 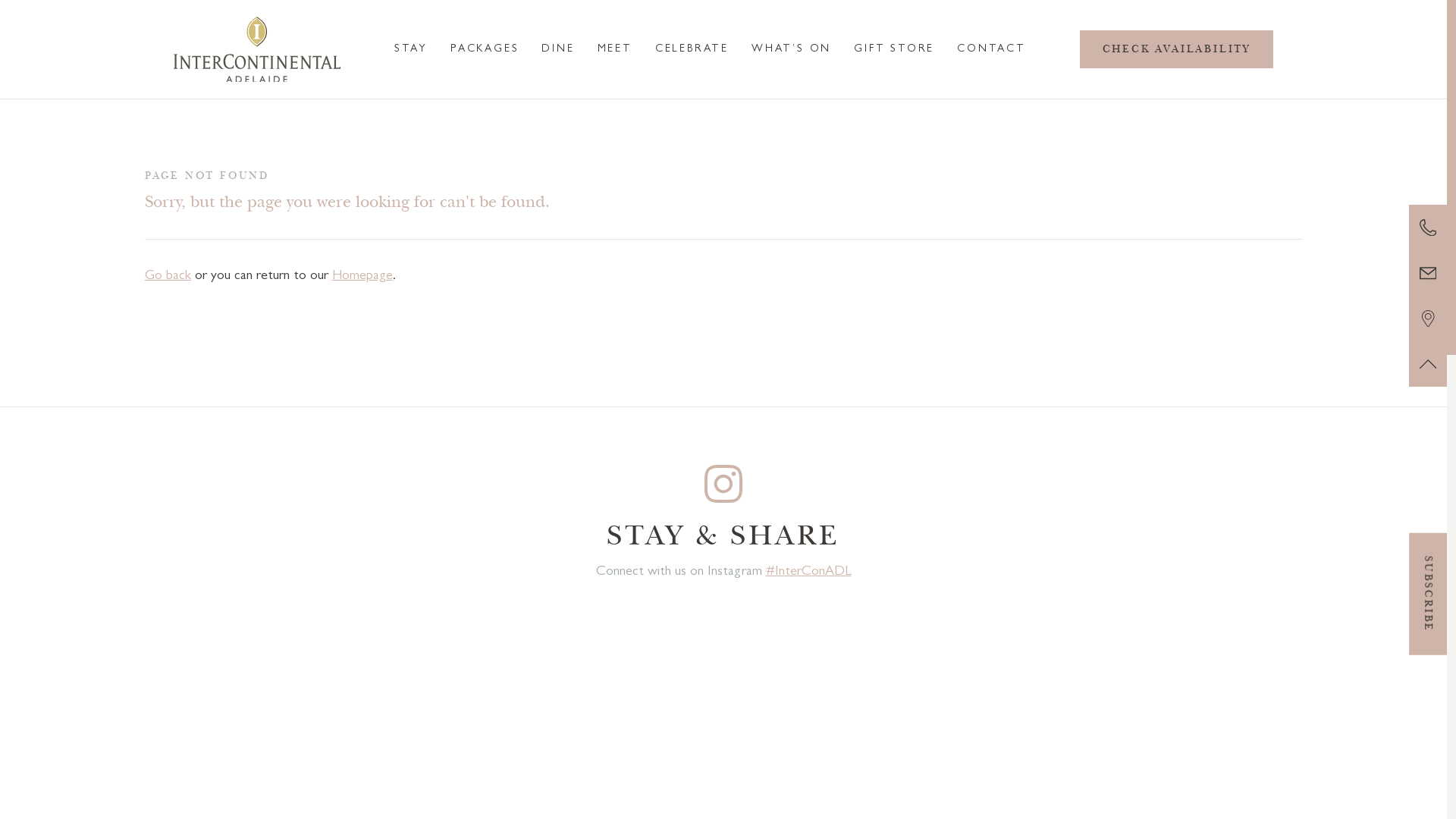 I want to click on 'Homepage', so click(x=362, y=277).